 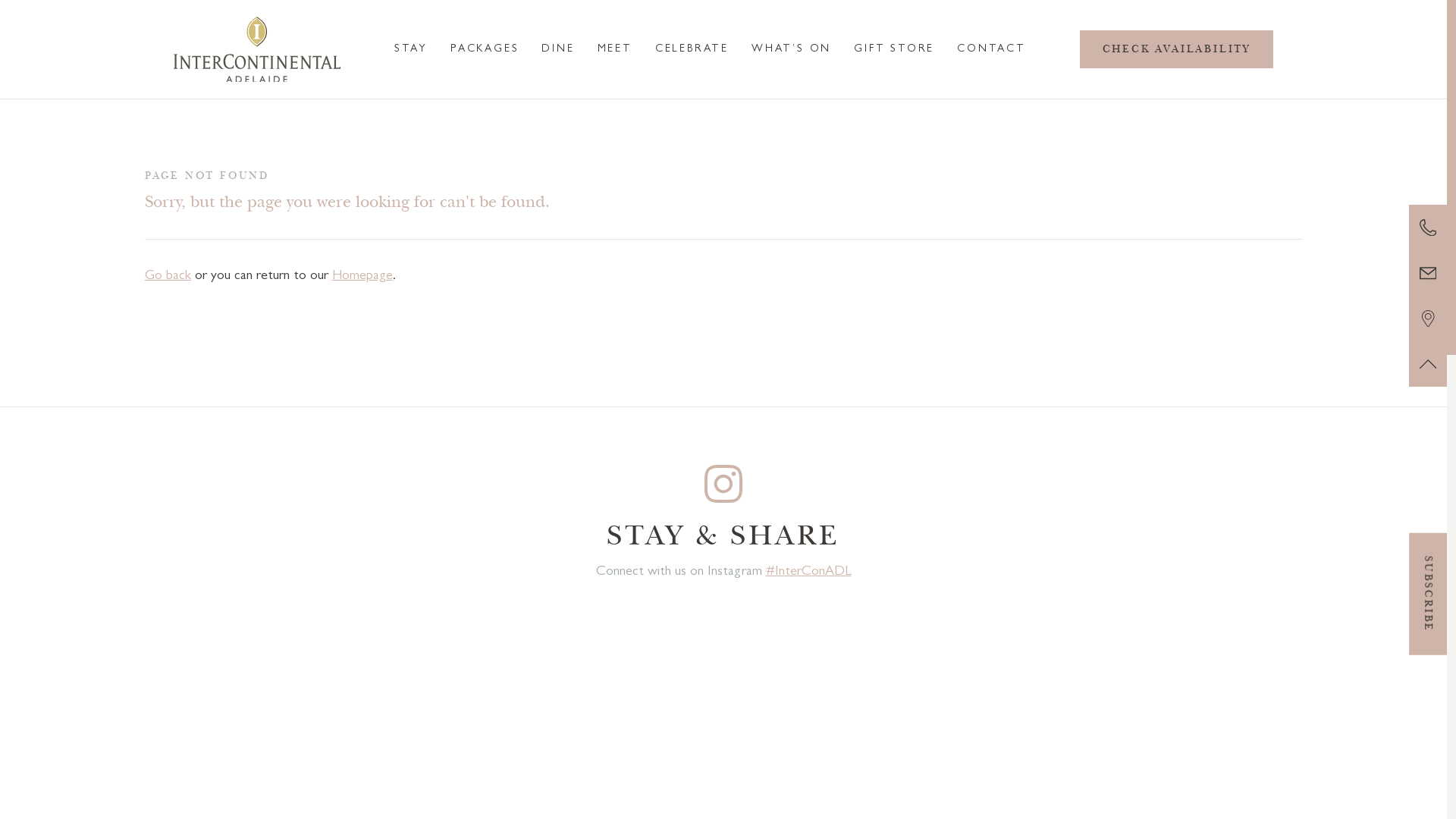 I want to click on 'Homepage', so click(x=362, y=277).